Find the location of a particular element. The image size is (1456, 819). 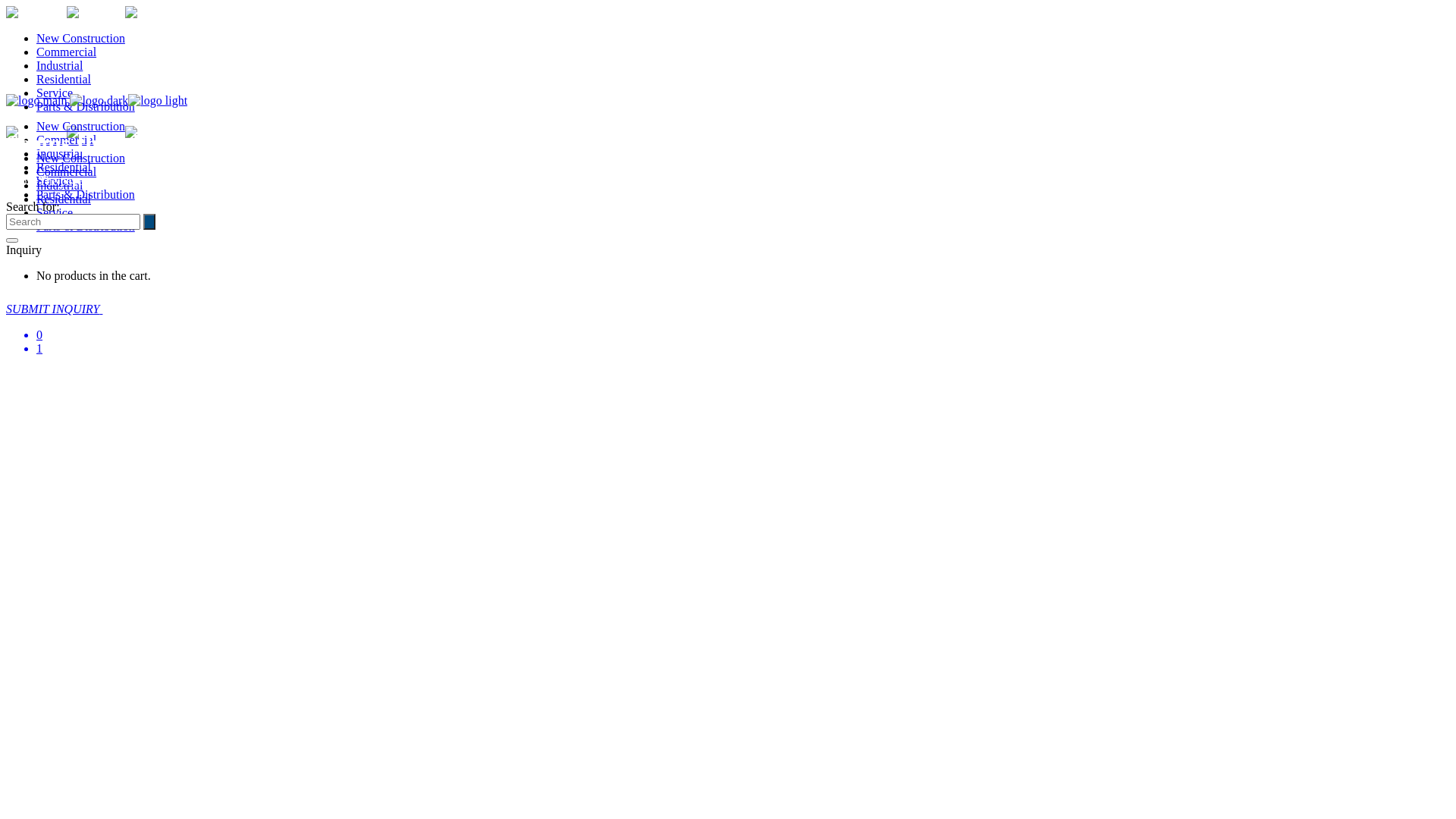

'Parts & Distribution' is located at coordinates (85, 193).